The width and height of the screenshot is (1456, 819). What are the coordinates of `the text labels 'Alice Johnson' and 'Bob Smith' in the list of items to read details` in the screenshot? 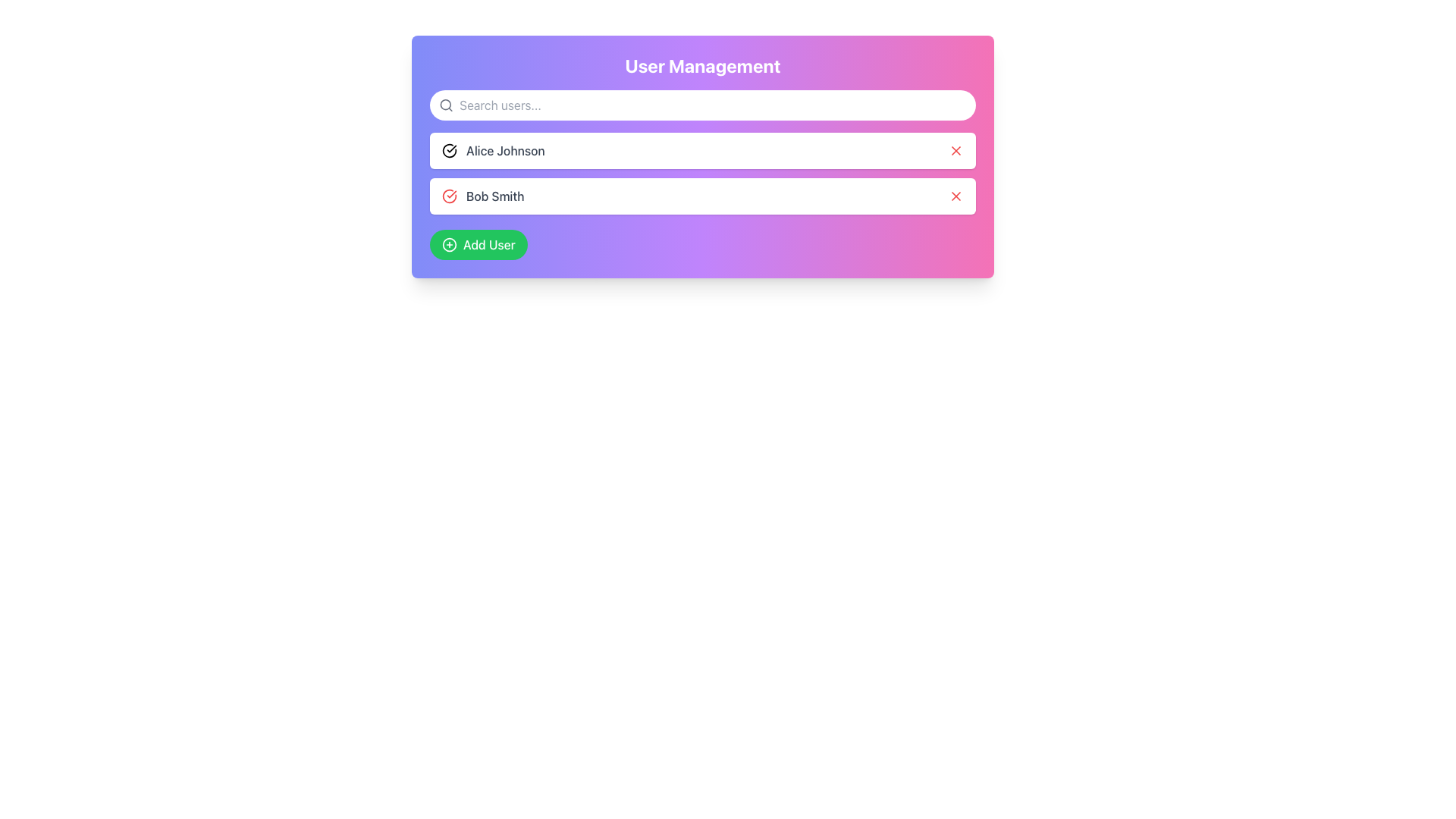 It's located at (701, 172).